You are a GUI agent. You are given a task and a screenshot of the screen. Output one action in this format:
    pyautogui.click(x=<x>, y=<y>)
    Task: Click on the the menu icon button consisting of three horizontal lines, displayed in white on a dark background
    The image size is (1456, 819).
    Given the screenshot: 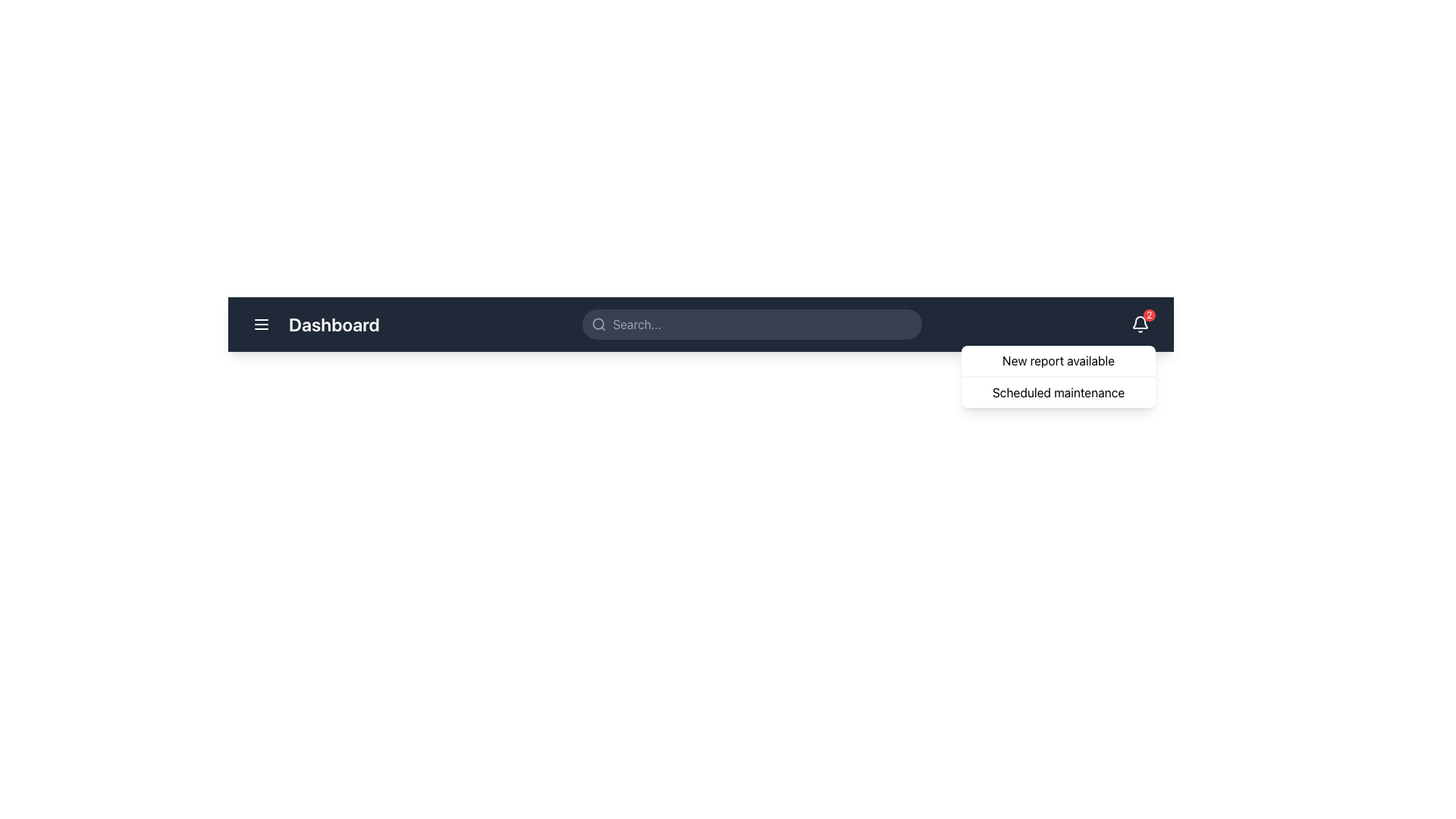 What is the action you would take?
    pyautogui.click(x=262, y=324)
    